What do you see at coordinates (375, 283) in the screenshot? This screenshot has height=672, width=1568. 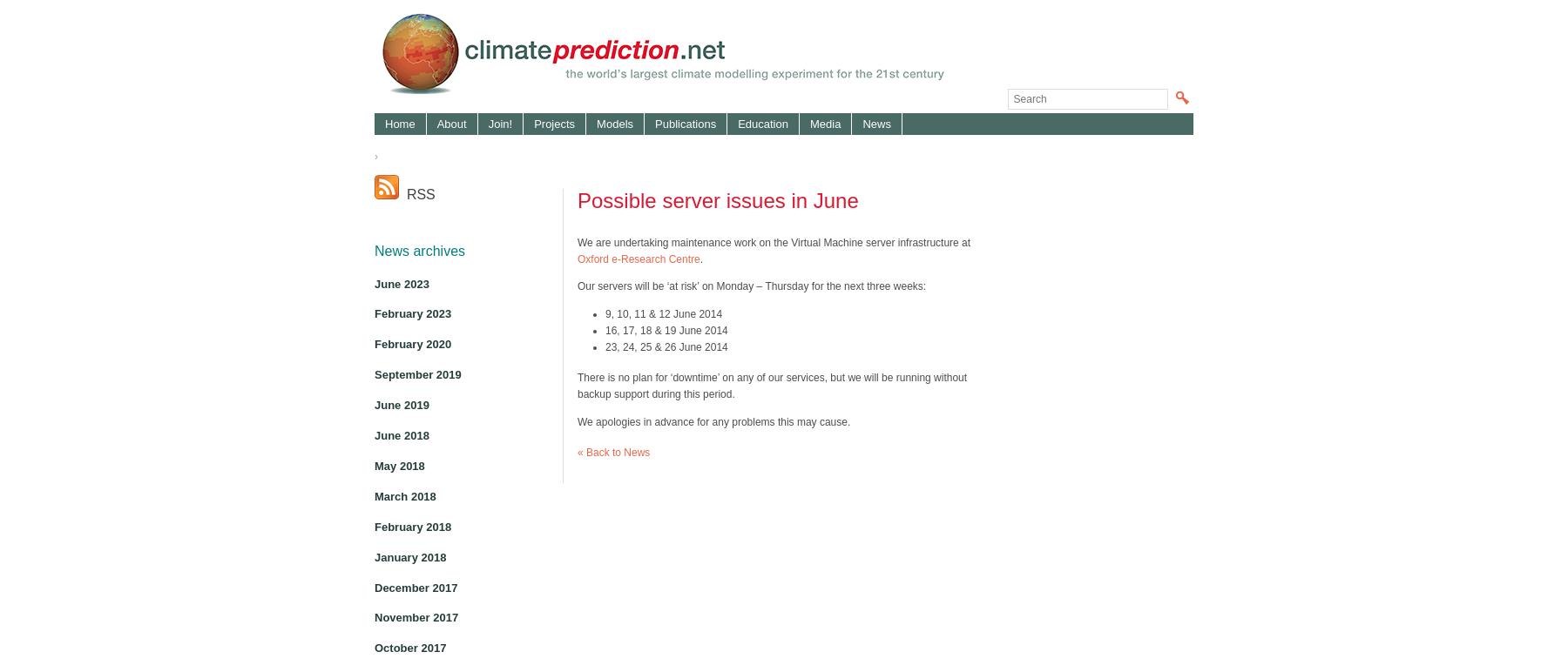 I see `'June 2023'` at bounding box center [375, 283].